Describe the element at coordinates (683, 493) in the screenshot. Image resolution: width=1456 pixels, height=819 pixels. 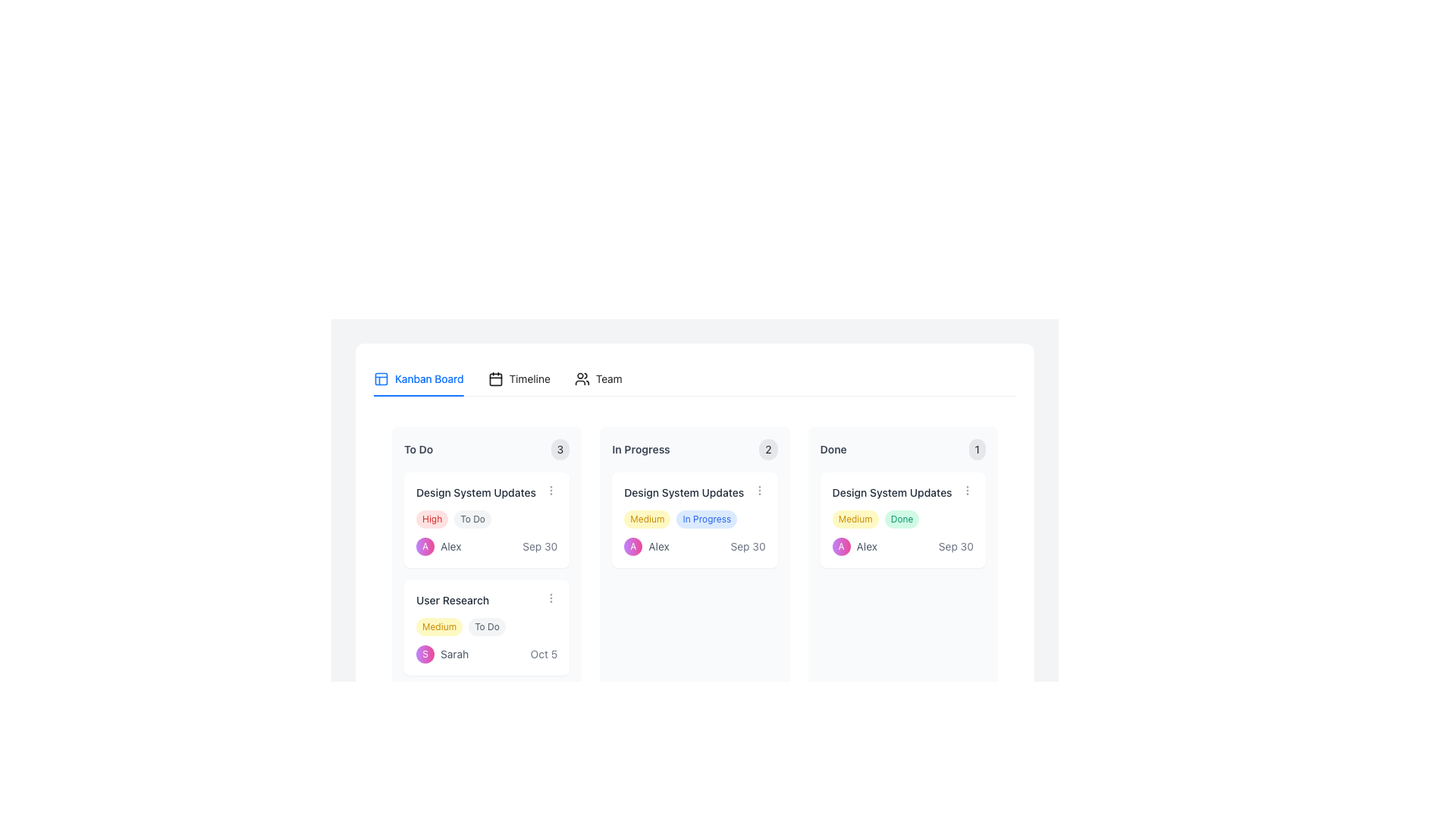
I see `the primary text label that identifies the top task in the 'In Progress' column of the Kanban board` at that location.